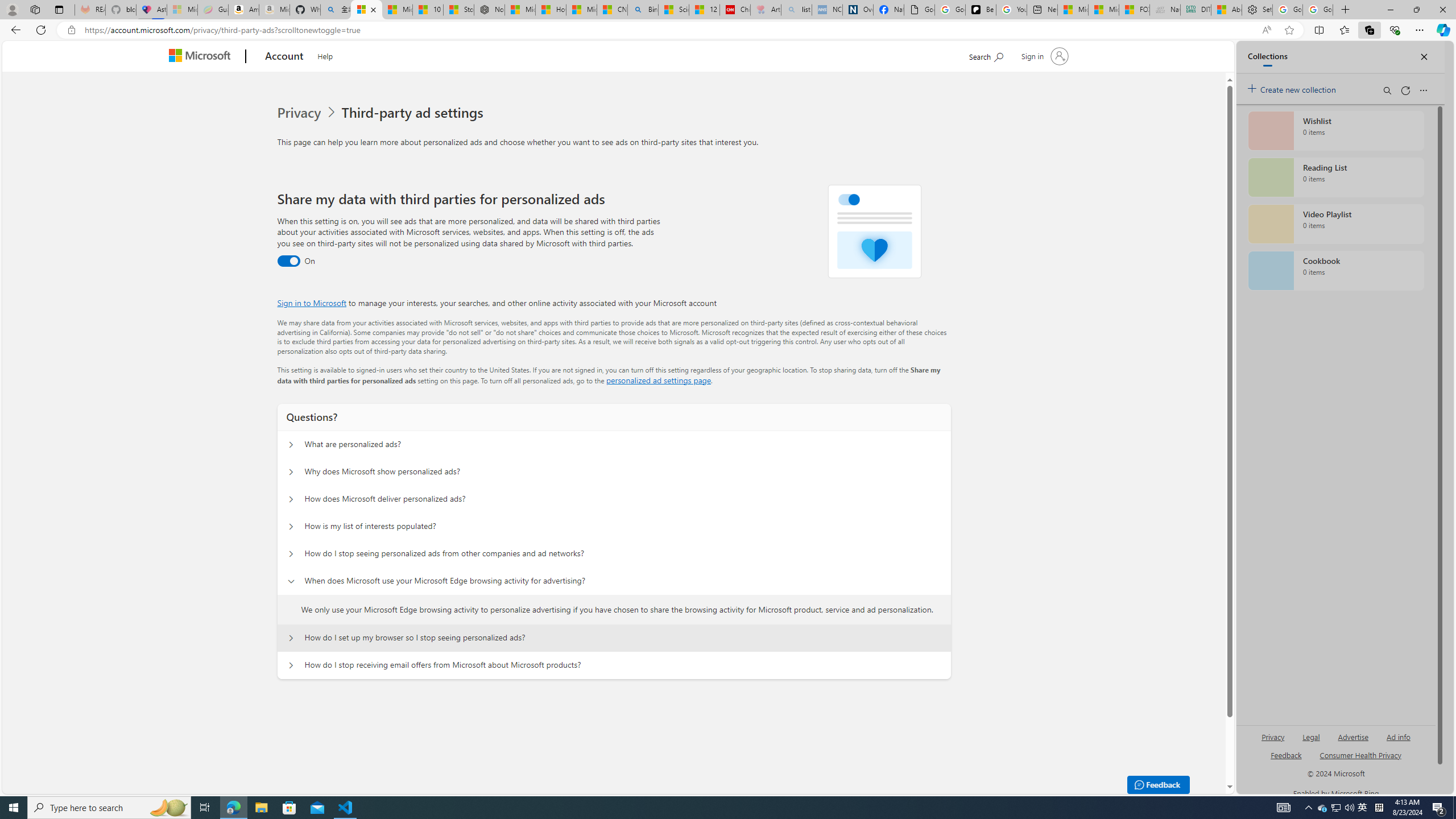  What do you see at coordinates (1286, 754) in the screenshot?
I see `'AutomationID: sb_feedback'` at bounding box center [1286, 754].